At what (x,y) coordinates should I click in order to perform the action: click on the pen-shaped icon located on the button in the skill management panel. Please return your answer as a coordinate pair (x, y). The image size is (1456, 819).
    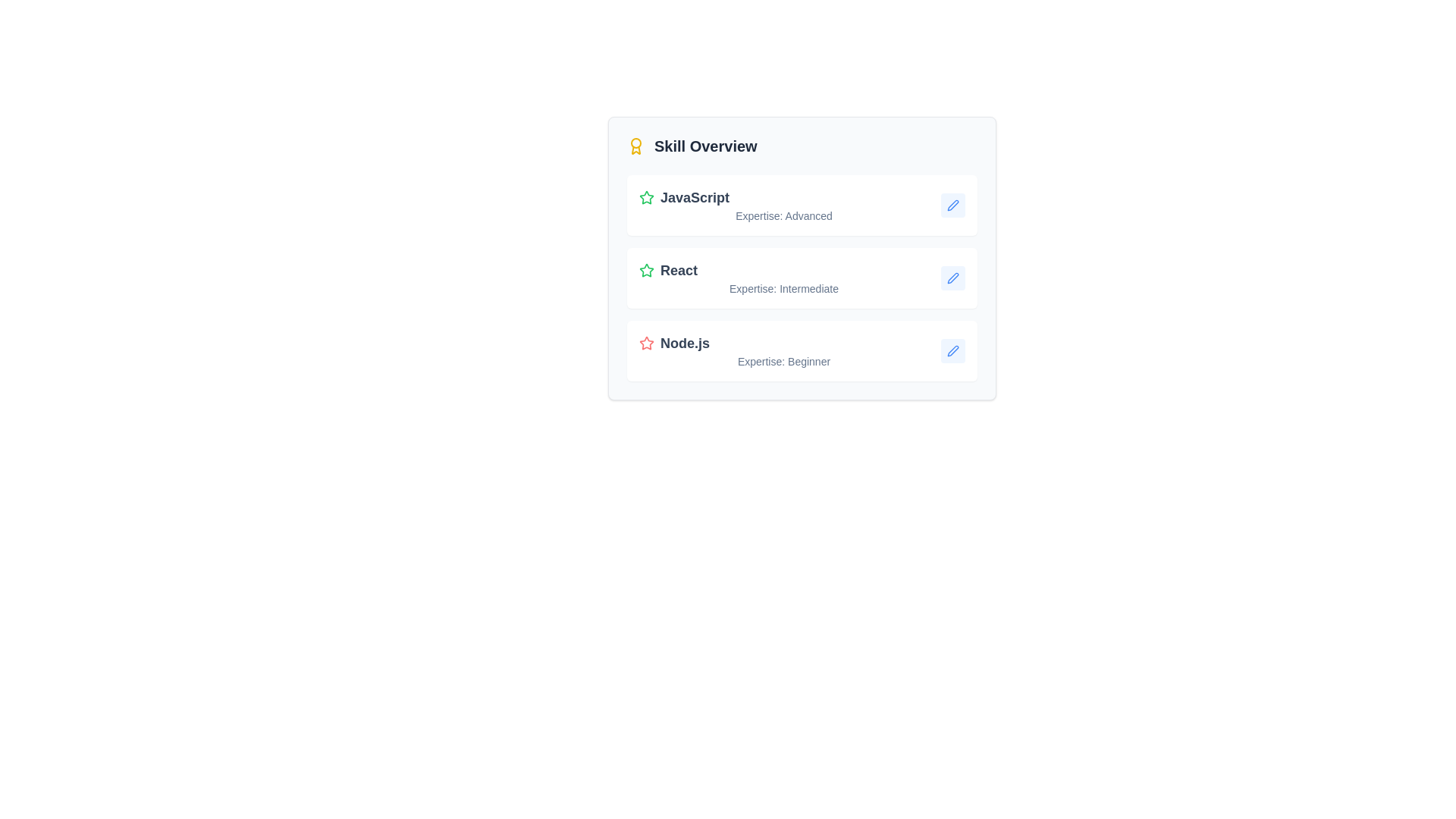
    Looking at the image, I should click on (952, 205).